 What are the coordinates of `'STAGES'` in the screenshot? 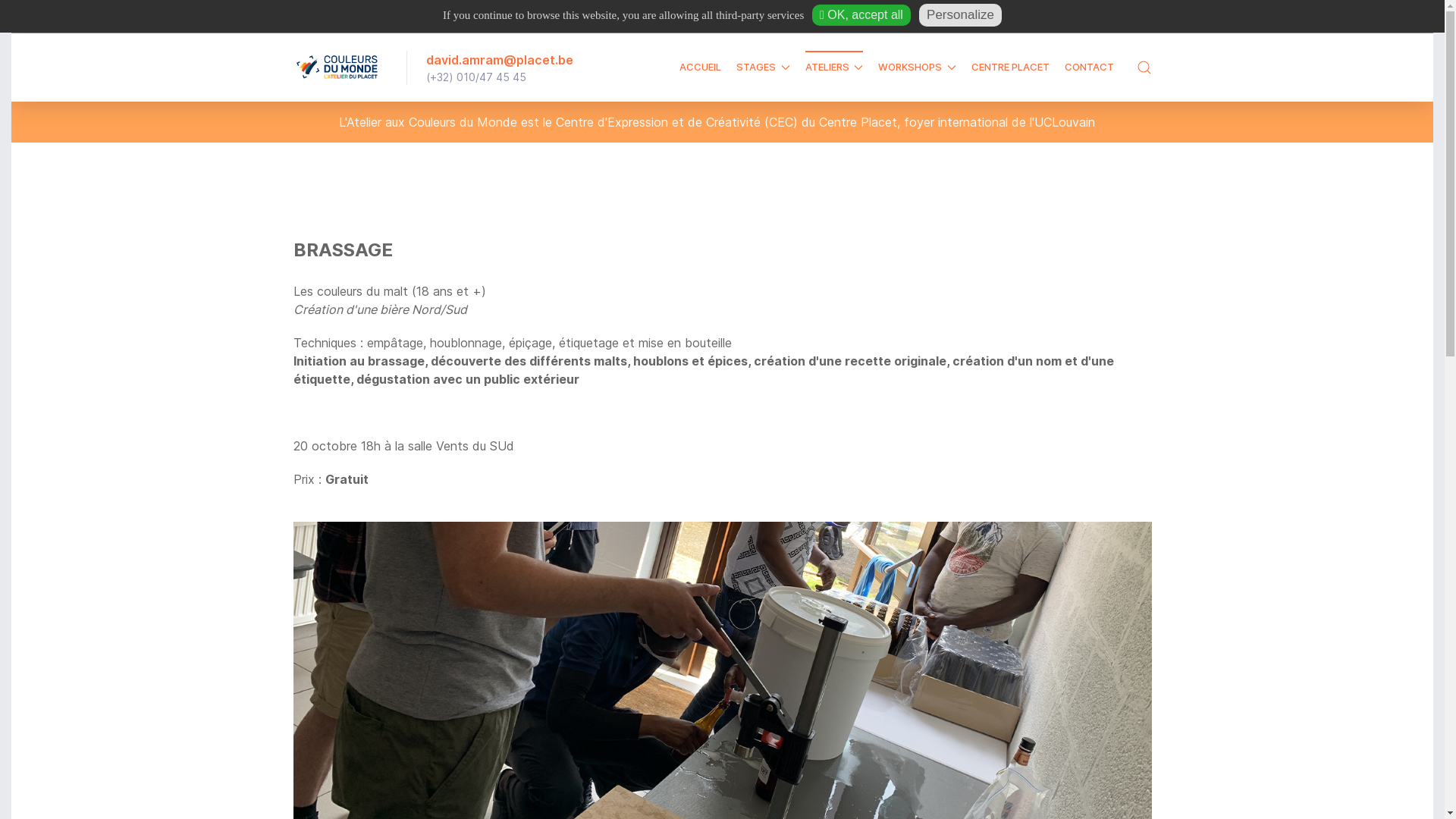 It's located at (736, 66).